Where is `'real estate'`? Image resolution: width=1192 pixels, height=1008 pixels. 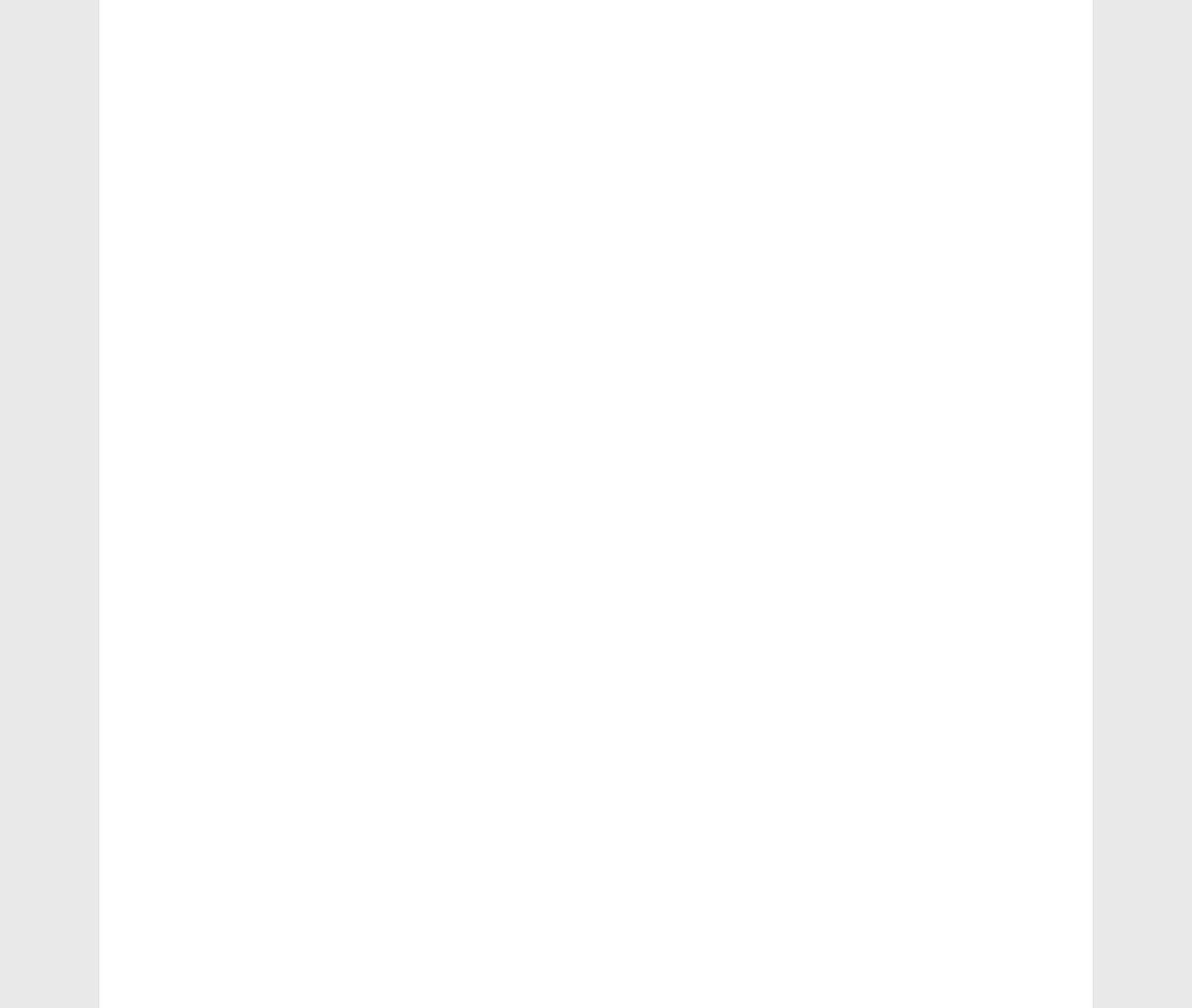
'real estate' is located at coordinates (186, 586).